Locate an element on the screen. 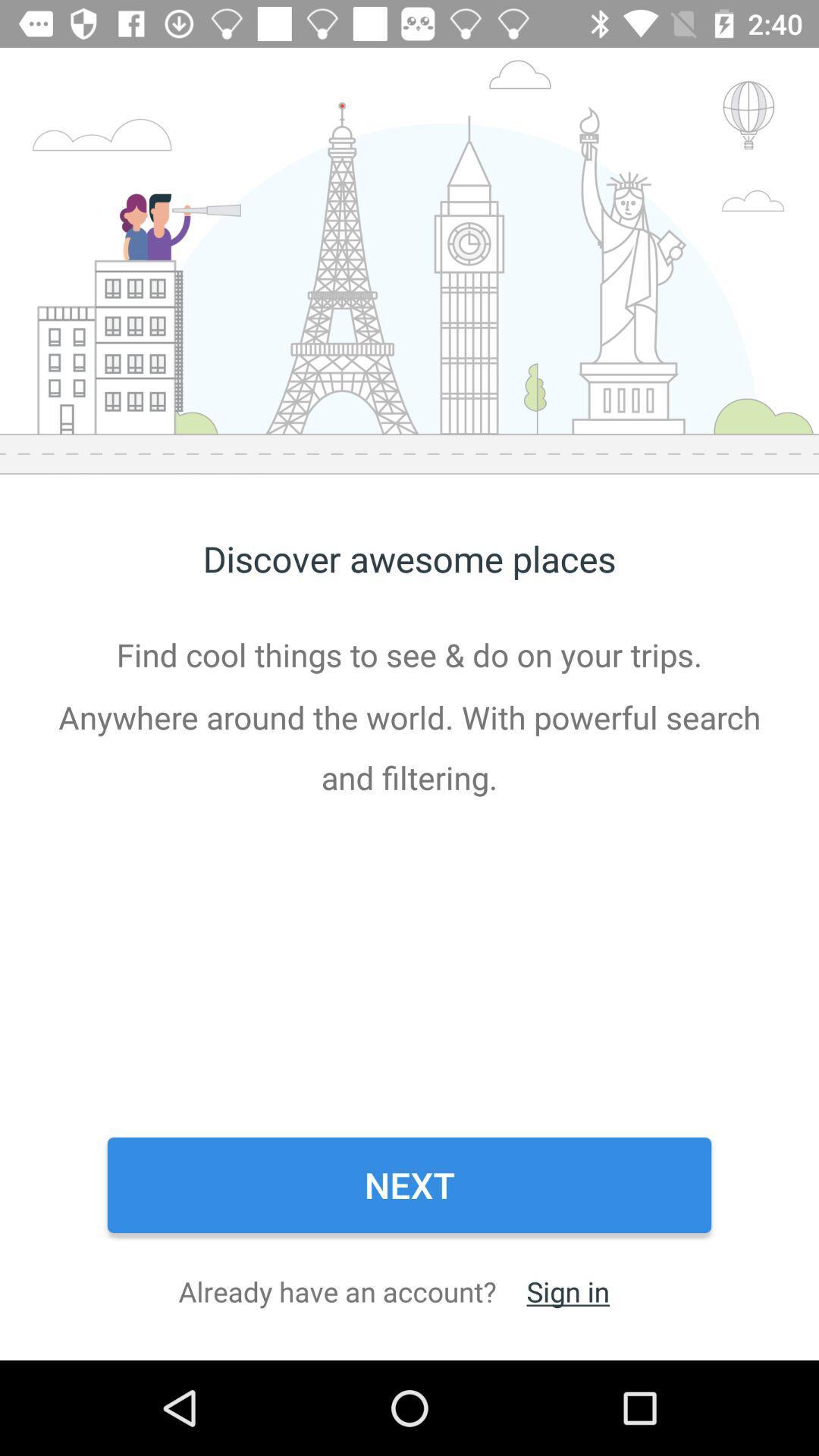 Image resolution: width=819 pixels, height=1456 pixels. sign in at the bottom right corner is located at coordinates (568, 1291).